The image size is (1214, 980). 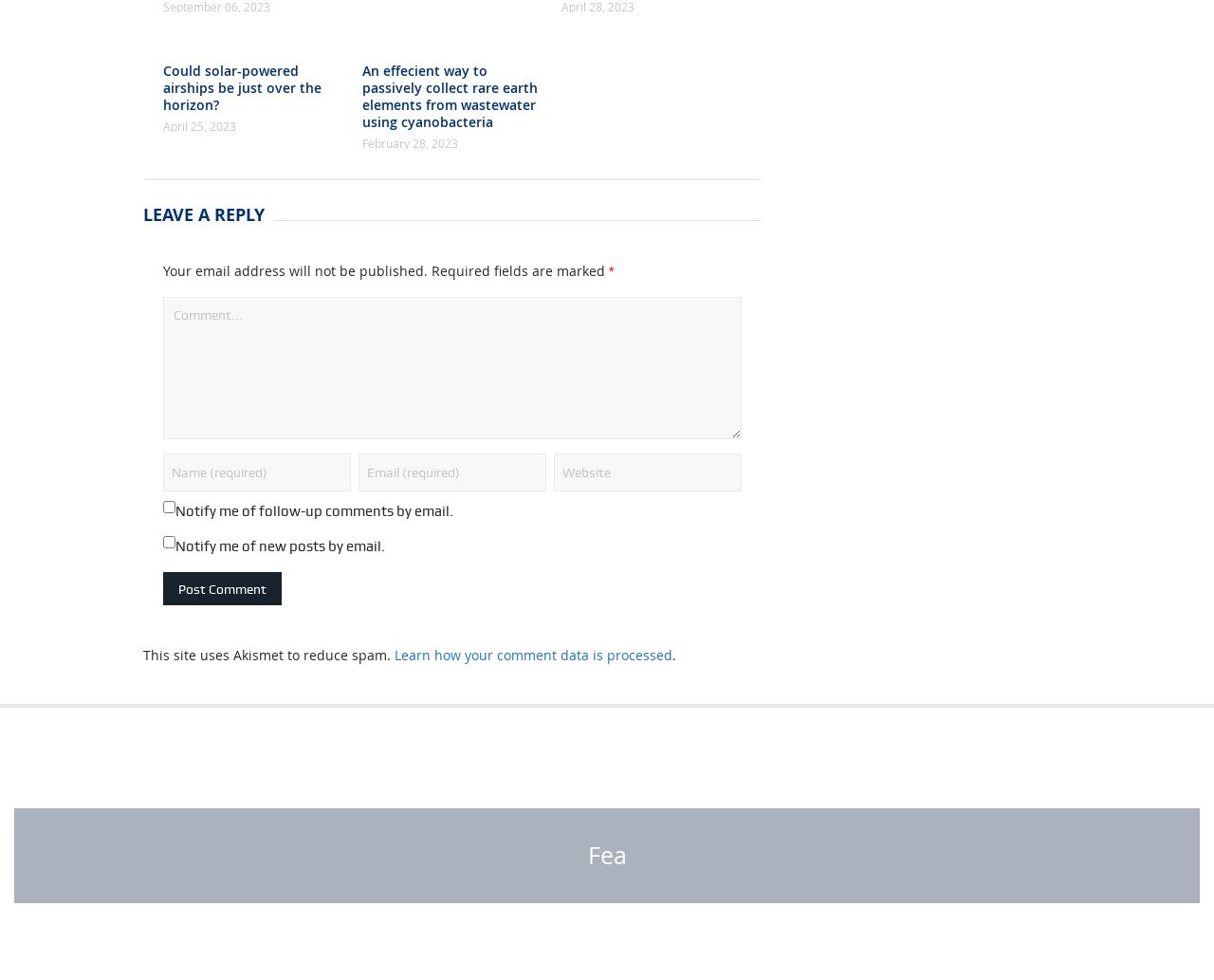 I want to click on '*', so click(x=611, y=319).